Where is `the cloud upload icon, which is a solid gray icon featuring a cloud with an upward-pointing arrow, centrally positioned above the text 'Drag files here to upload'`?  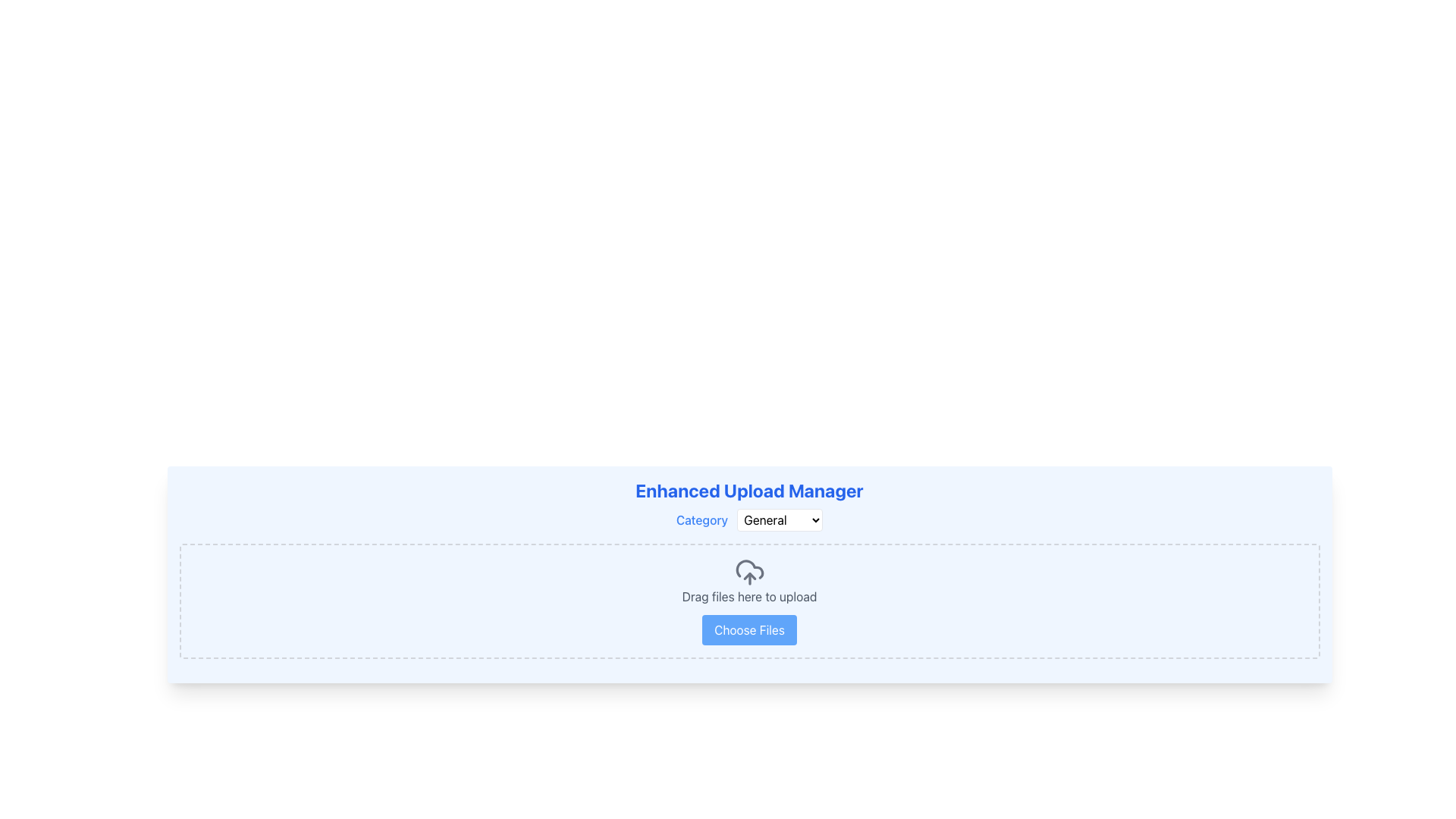 the cloud upload icon, which is a solid gray icon featuring a cloud with an upward-pointing arrow, centrally positioned above the text 'Drag files here to upload' is located at coordinates (749, 573).